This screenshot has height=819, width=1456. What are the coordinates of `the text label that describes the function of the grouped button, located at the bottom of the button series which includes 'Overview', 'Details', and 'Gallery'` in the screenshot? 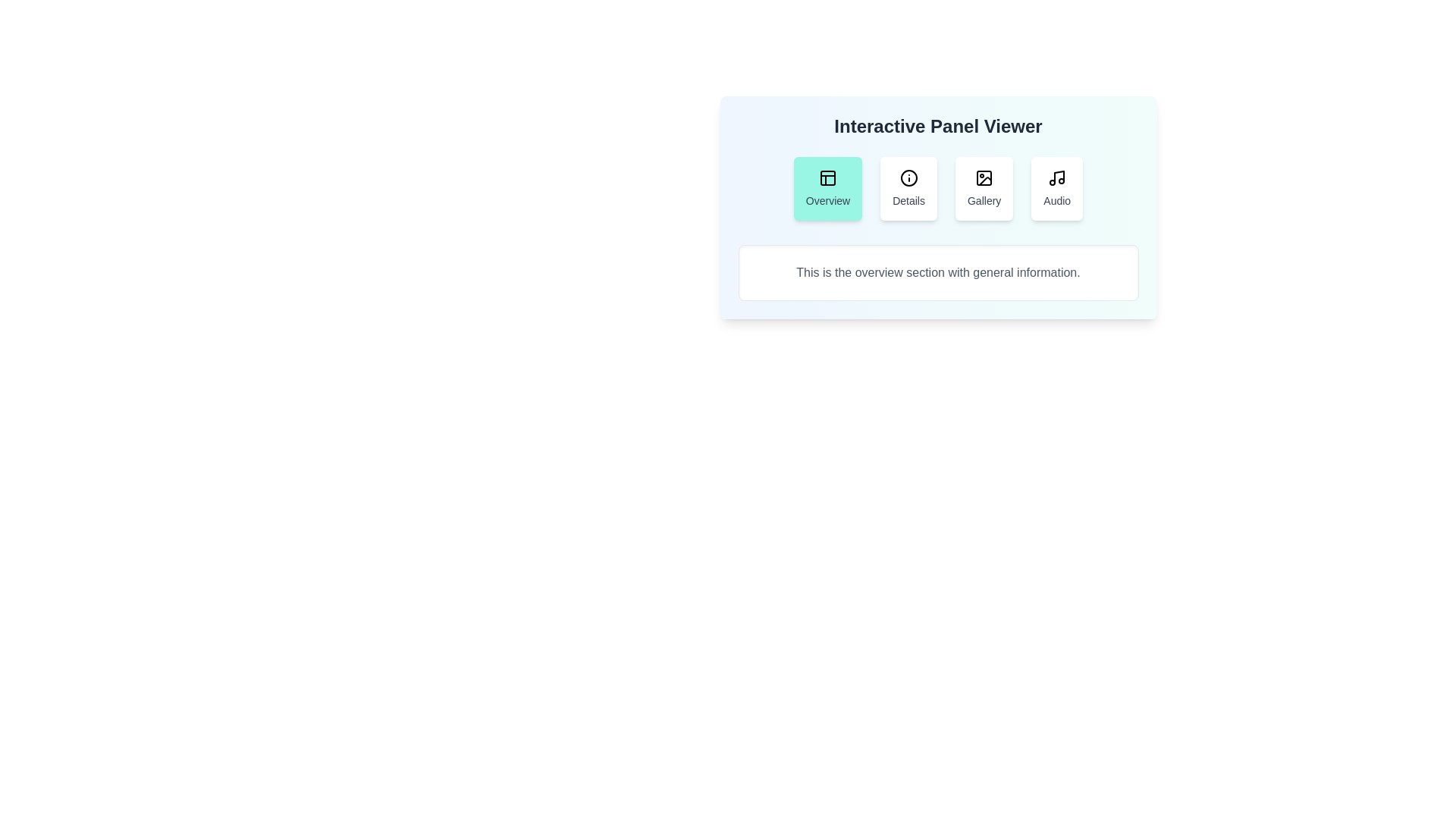 It's located at (1056, 200).